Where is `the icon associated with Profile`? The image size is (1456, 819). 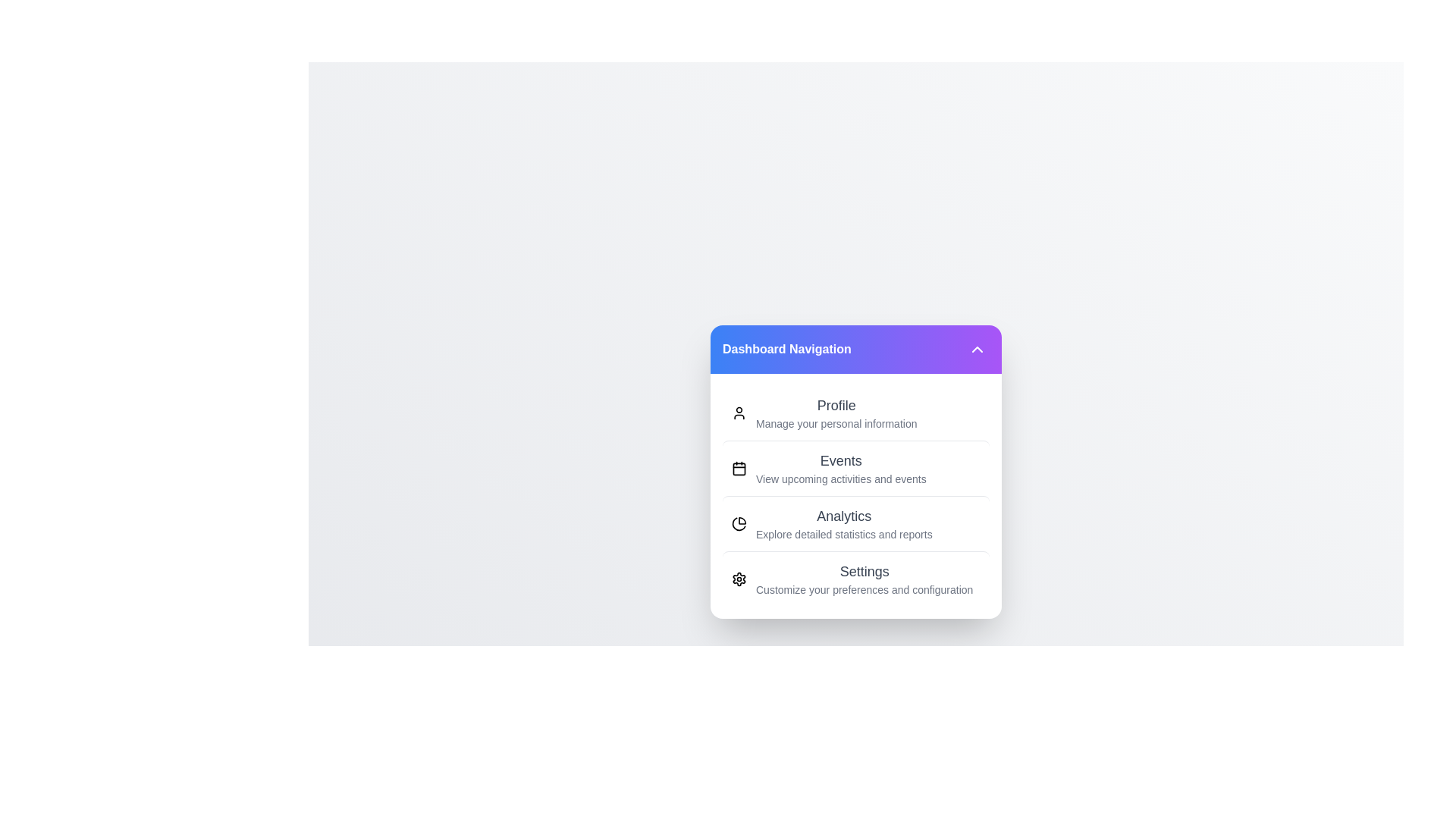 the icon associated with Profile is located at coordinates (739, 413).